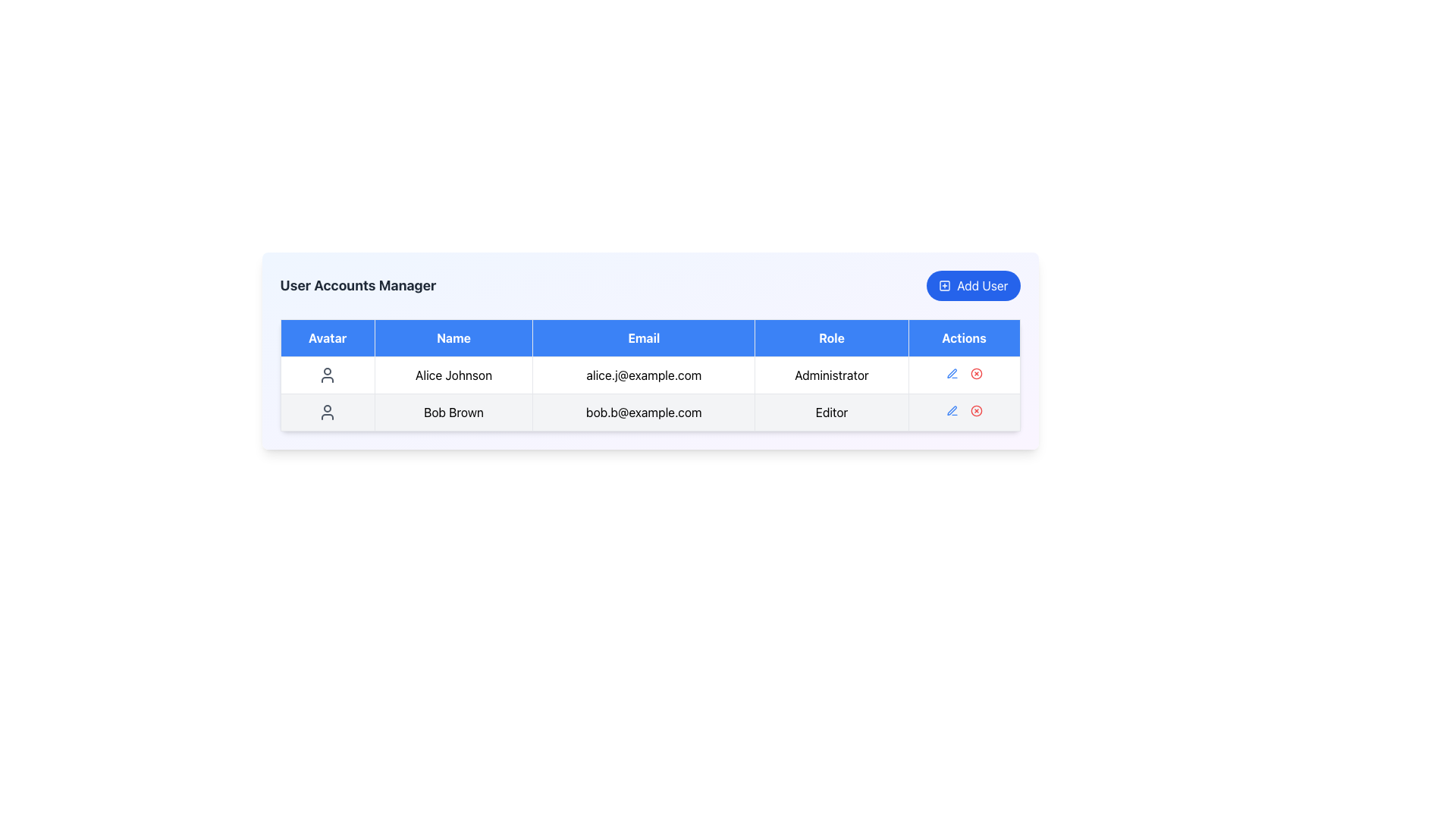 The width and height of the screenshot is (1456, 819). Describe the element at coordinates (327, 375) in the screenshot. I see `the graphical icon representing the user in the first row of the User Accounts Manager interface, located in the Avatar column next to the Name 'Alice Johnson'` at that location.